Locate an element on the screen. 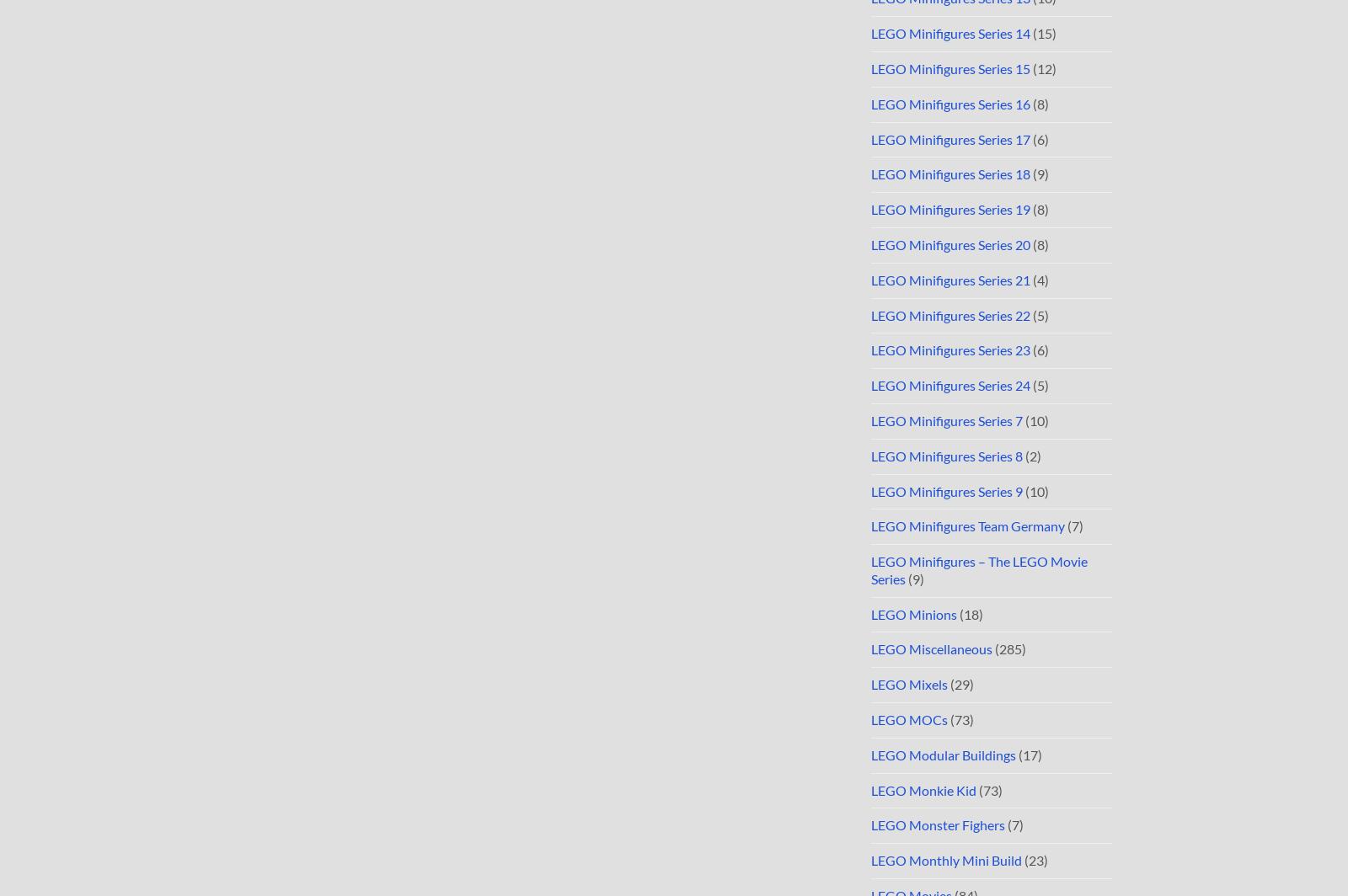  'LEGO Modular Buildings' is located at coordinates (944, 754).